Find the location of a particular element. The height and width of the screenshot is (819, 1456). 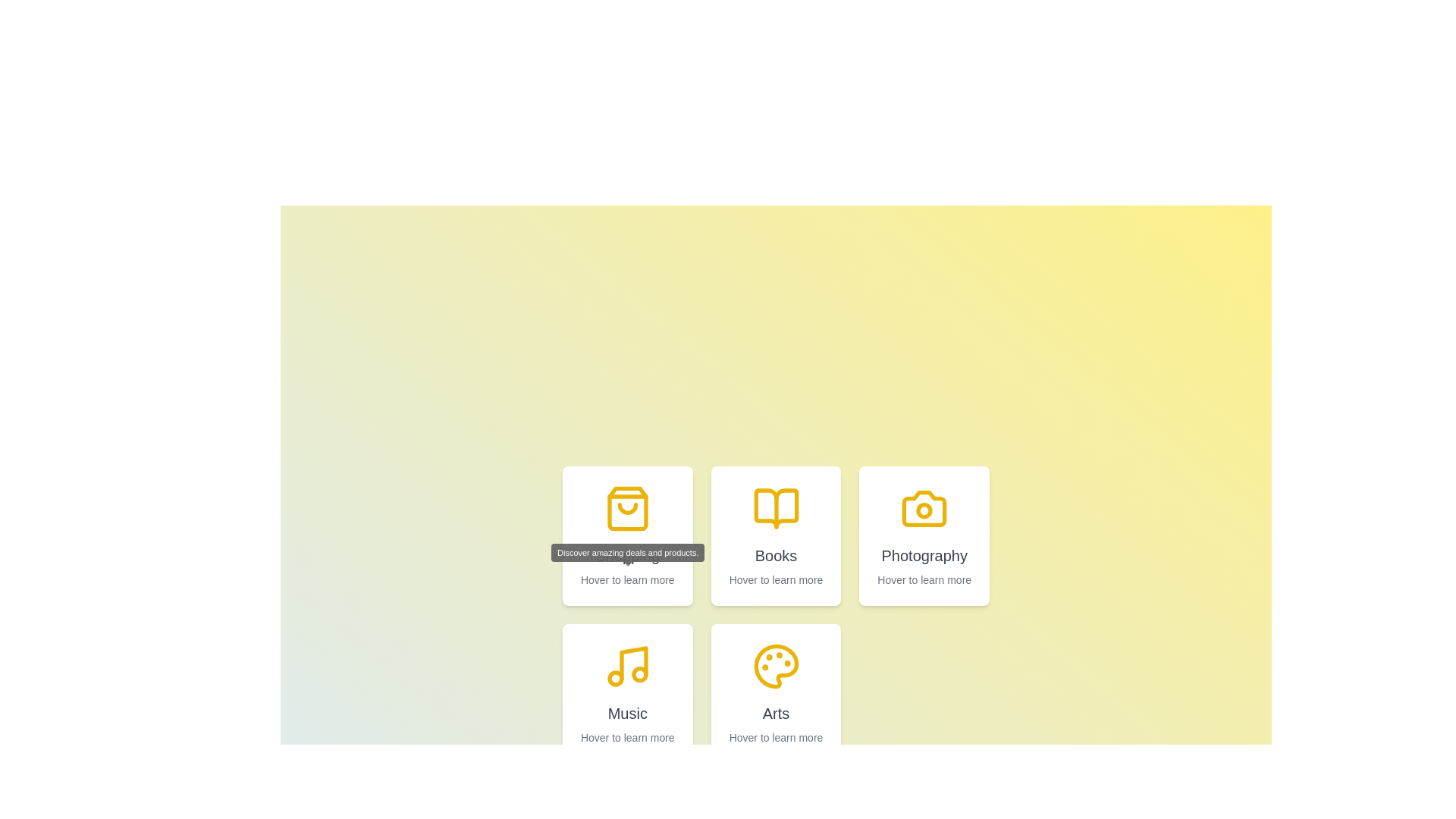

the small circular yellow decorative graphic inside the camera icon, located in the third column of the first row of a 3x2 grid layout of square cards is located at coordinates (924, 510).